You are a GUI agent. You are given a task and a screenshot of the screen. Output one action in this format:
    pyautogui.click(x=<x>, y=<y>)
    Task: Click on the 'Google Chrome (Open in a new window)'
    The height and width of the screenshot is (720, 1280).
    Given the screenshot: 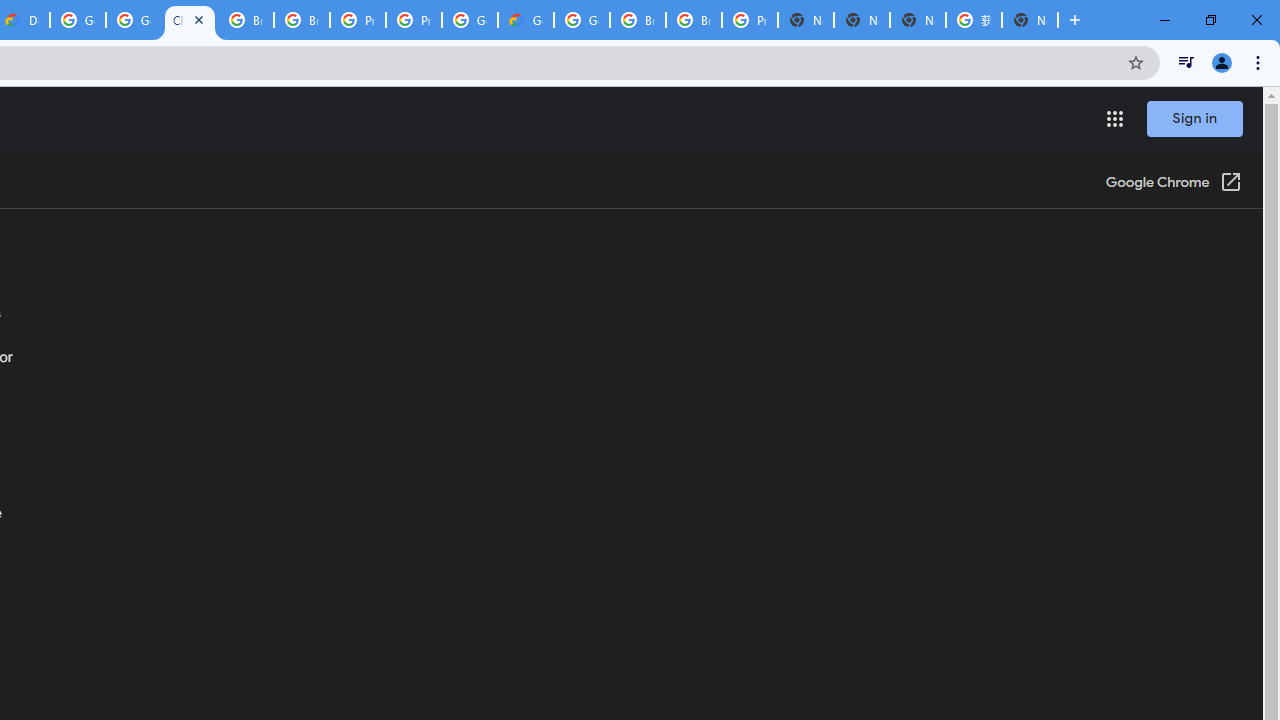 What is the action you would take?
    pyautogui.click(x=1173, y=183)
    